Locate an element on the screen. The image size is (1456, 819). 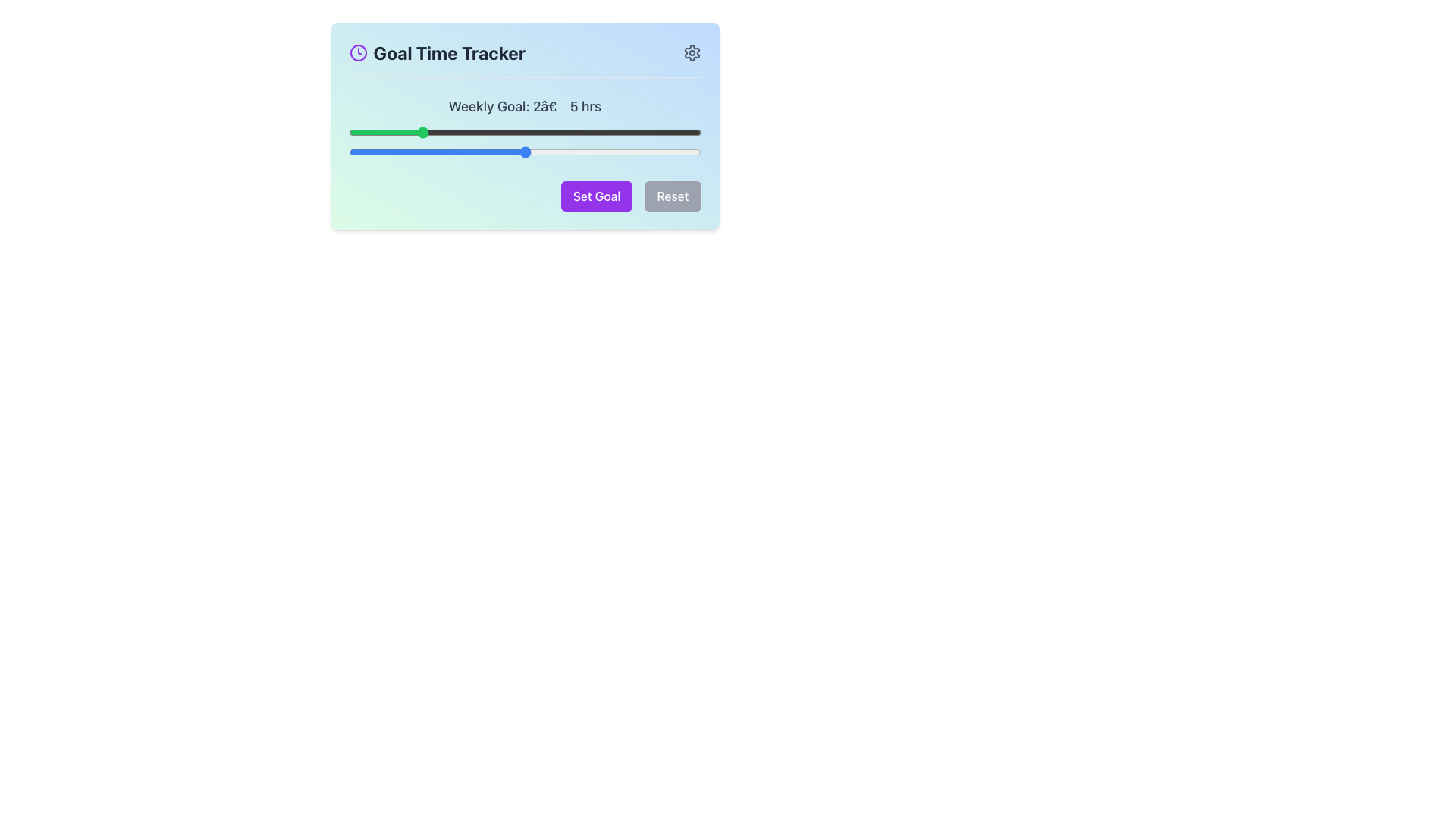
the track of the green-accented slider for selecting a range value between 0 to 10, positioned below the label 'Weekly Goal: 2–5 hrs' is located at coordinates (525, 131).